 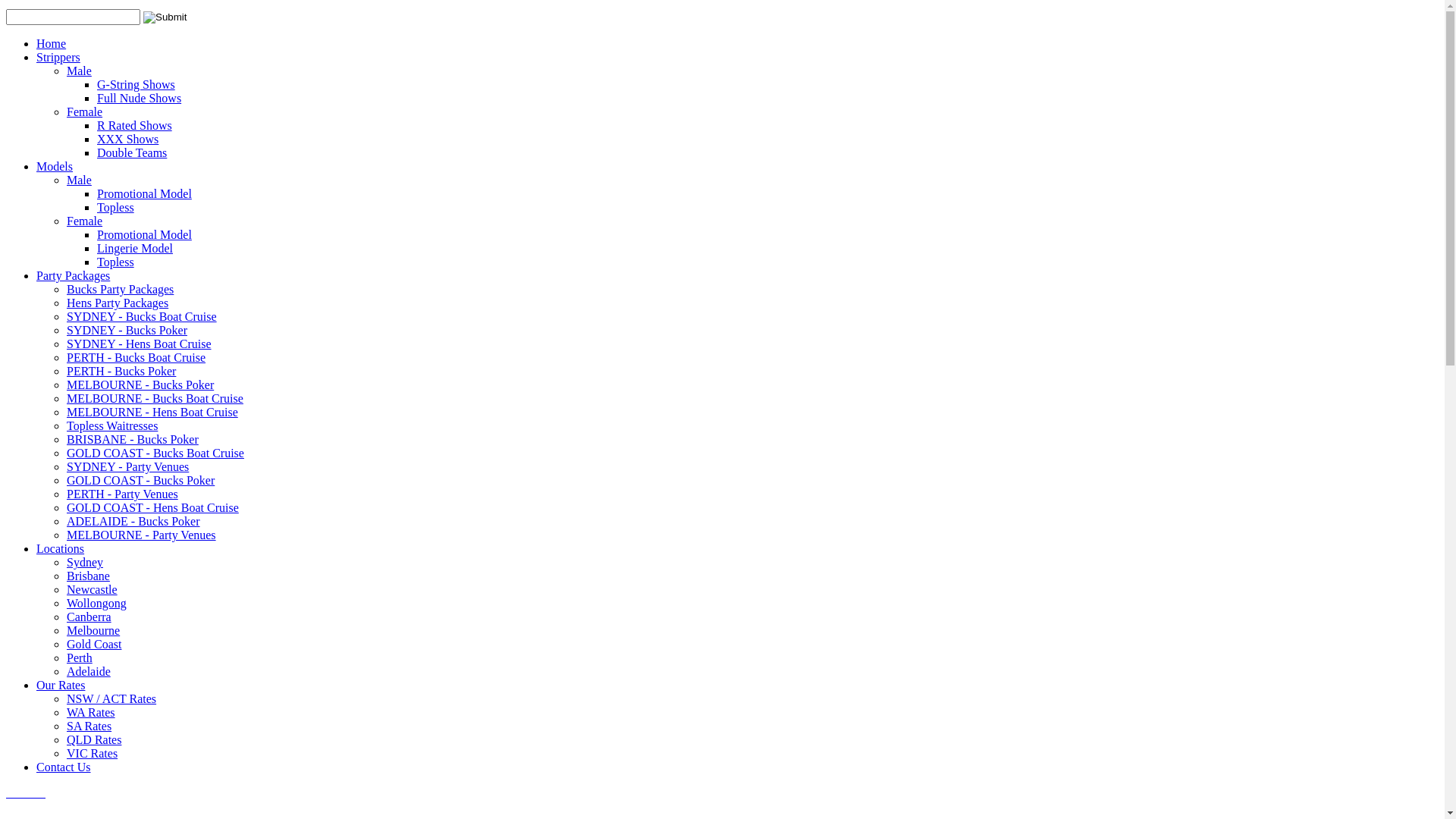 I want to click on 'Double Teams', so click(x=96, y=152).